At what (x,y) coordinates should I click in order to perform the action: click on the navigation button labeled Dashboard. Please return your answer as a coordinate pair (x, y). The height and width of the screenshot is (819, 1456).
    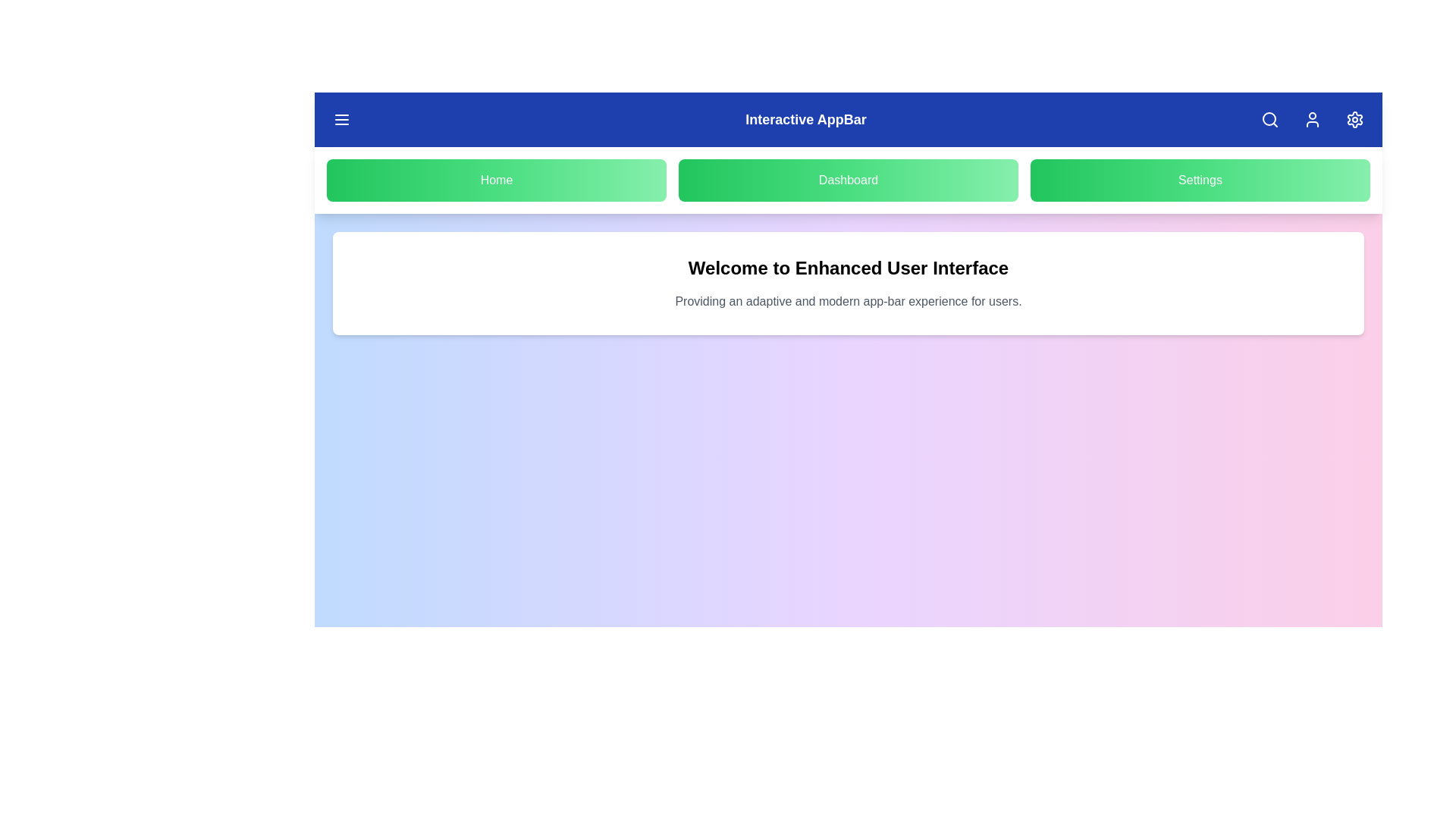
    Looking at the image, I should click on (847, 180).